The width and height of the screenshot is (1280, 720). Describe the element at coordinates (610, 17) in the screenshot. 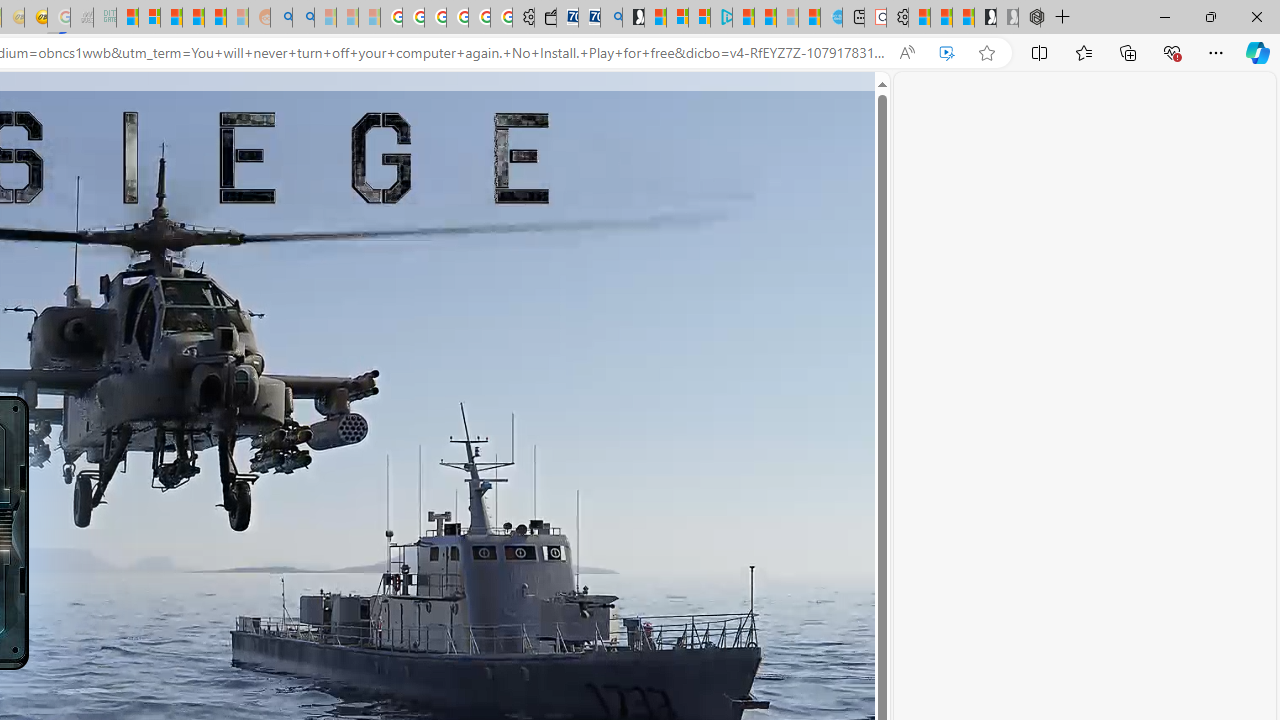

I see `'Bing Real Estate - Home sales and rental listings'` at that location.